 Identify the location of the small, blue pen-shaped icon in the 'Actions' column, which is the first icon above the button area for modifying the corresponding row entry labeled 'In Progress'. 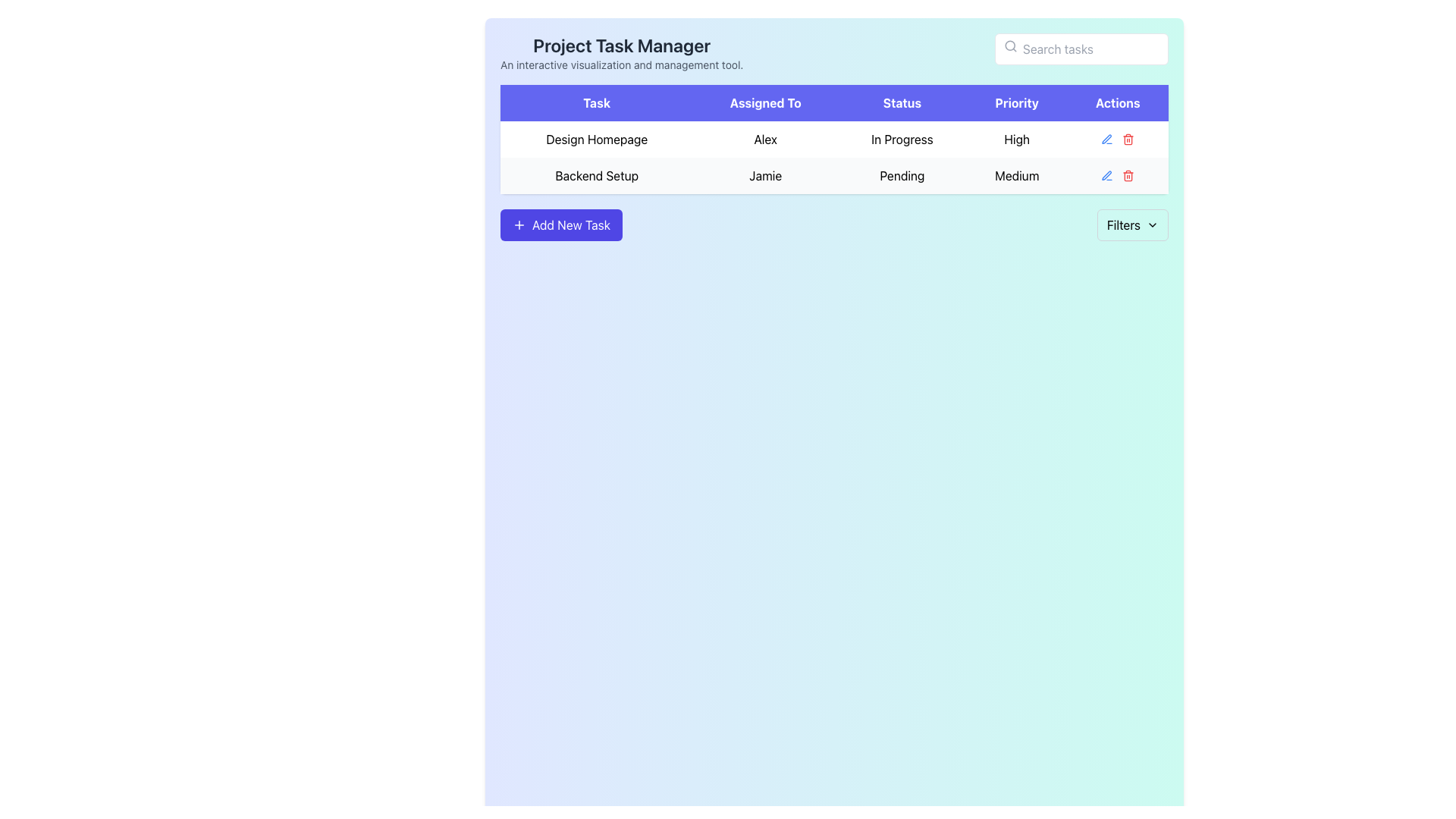
(1107, 174).